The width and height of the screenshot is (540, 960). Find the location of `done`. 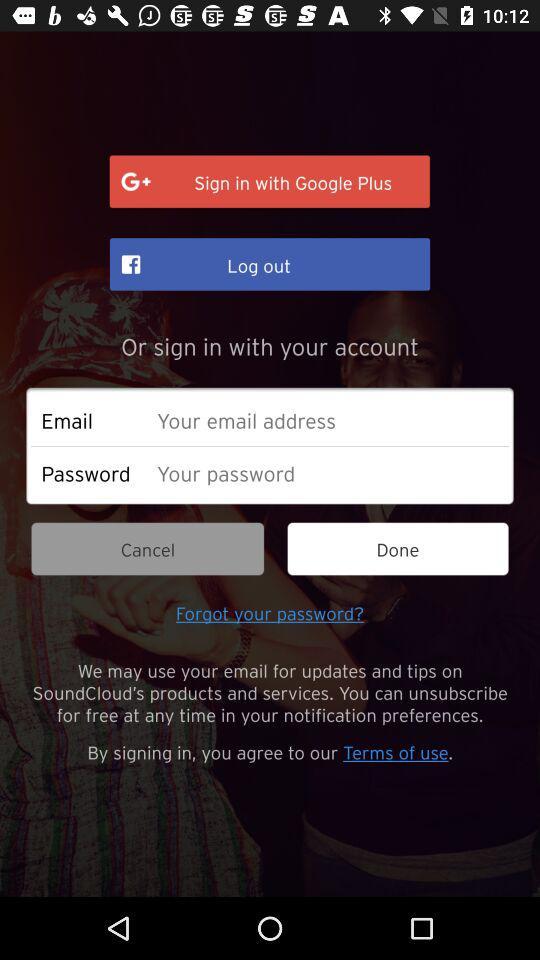

done is located at coordinates (398, 549).